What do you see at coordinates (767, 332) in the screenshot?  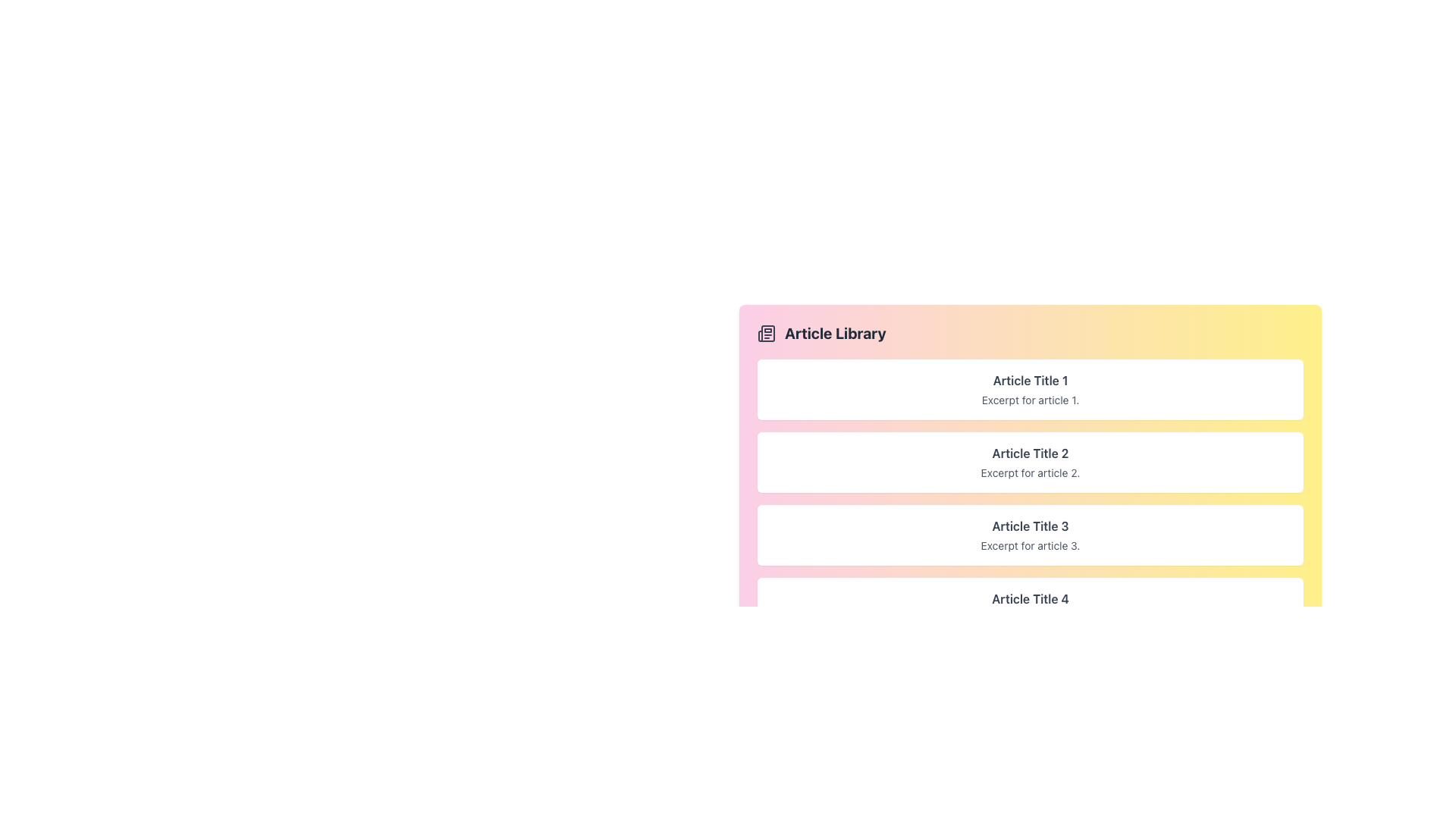 I see `the newspaper icon located to the left of the 'Article Library' text in the header of the section` at bounding box center [767, 332].